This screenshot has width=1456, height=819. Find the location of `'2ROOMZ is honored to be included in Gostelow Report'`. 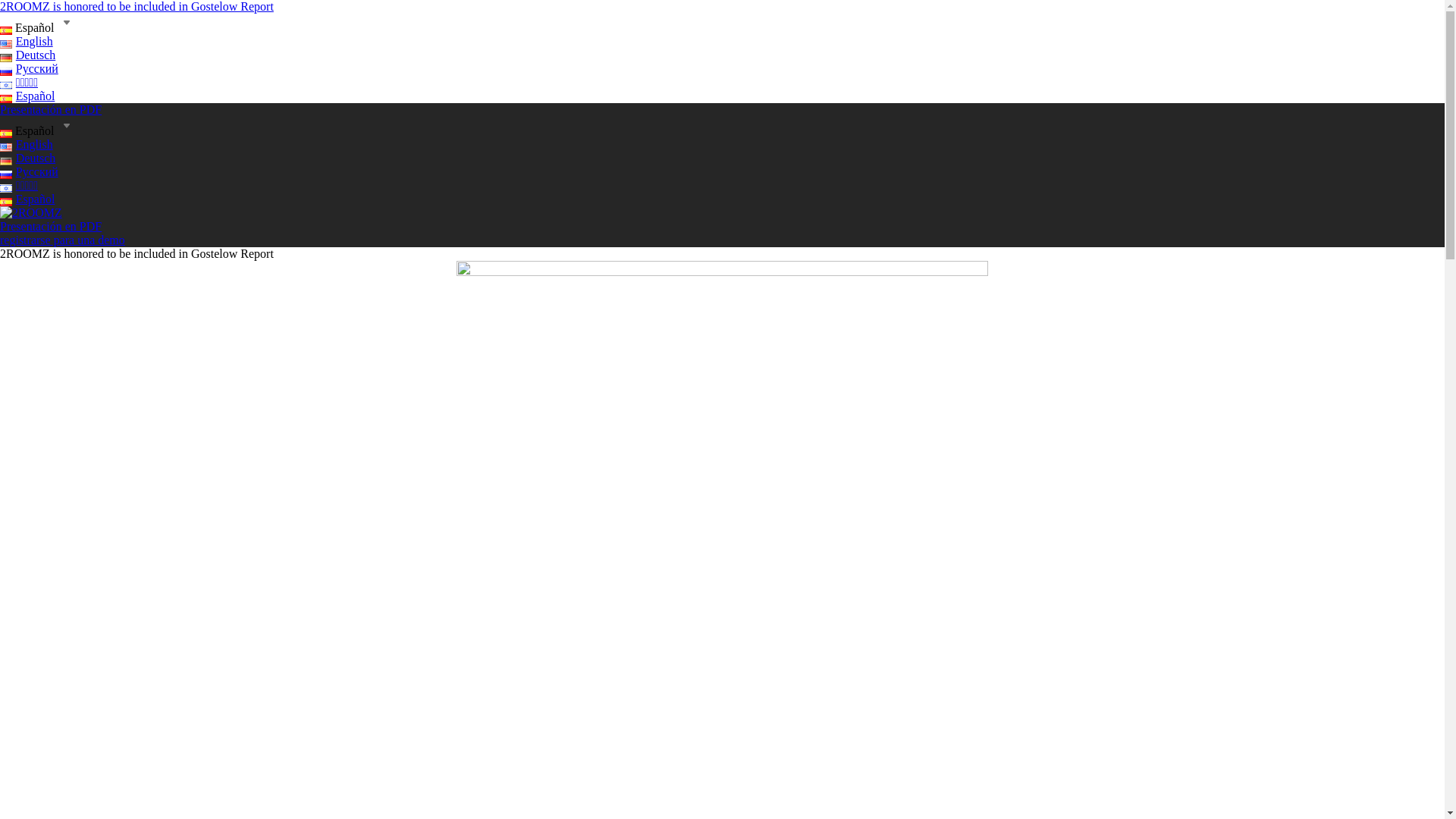

'2ROOMZ is honored to be included in Gostelow Report' is located at coordinates (136, 6).